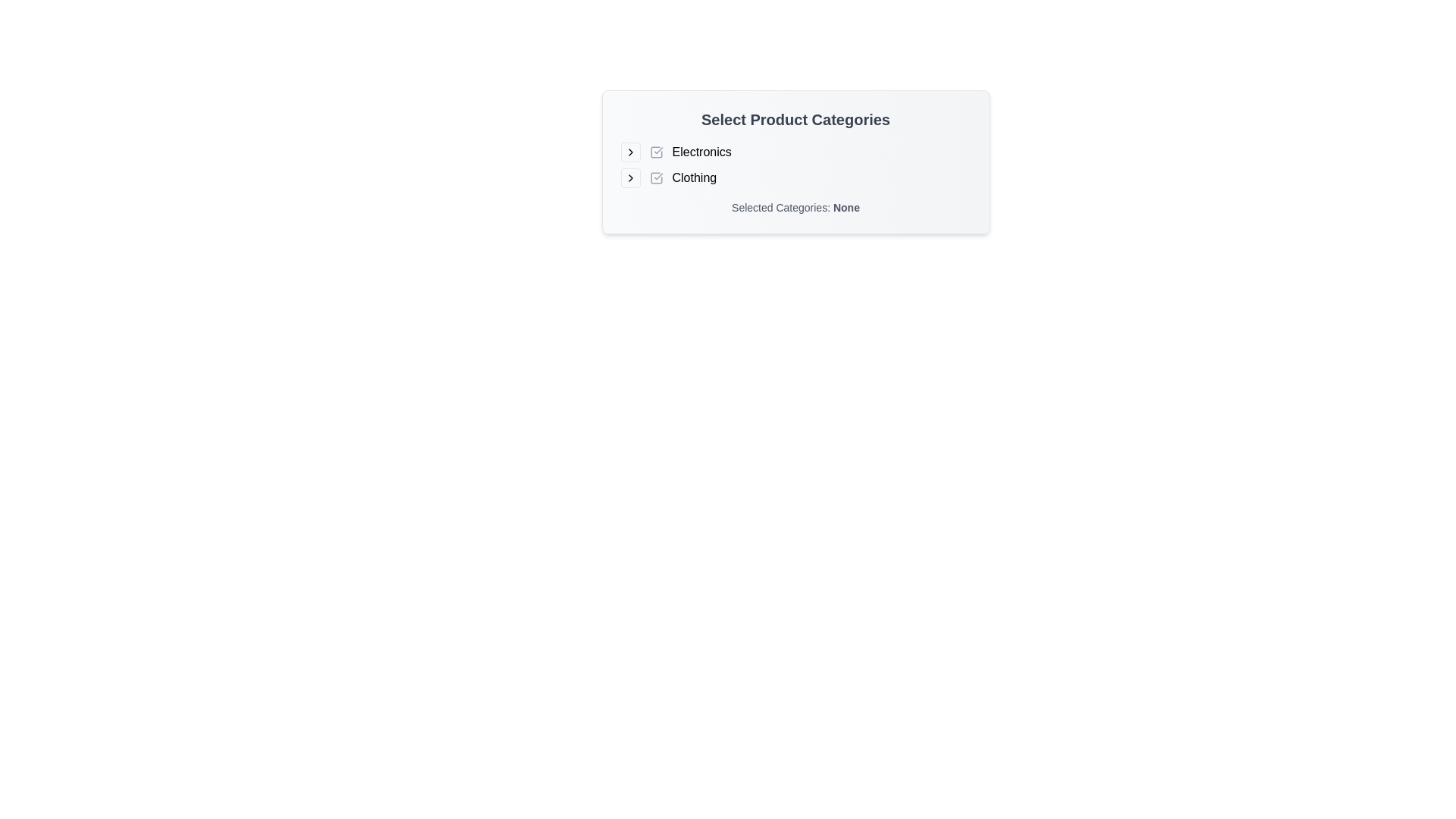  Describe the element at coordinates (630, 152) in the screenshot. I see `the chevron icon next to the 'Electronics' text in the 'Select Product Categories' interface for interaction feedback` at that location.